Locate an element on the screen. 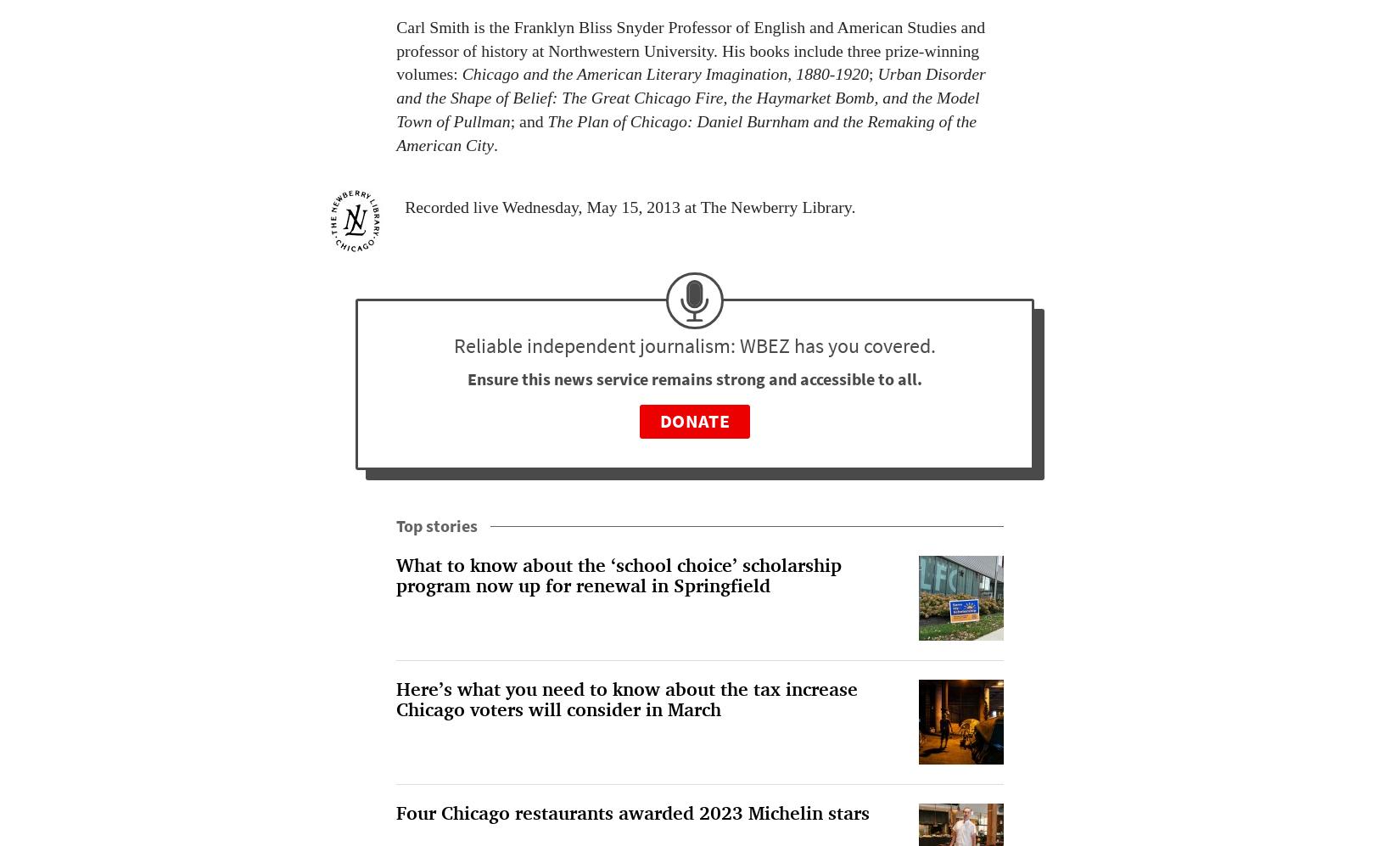 This screenshot has width=1400, height=846. 'the Haymarket Bomb, and the Model Town of Pullman' is located at coordinates (686, 109).